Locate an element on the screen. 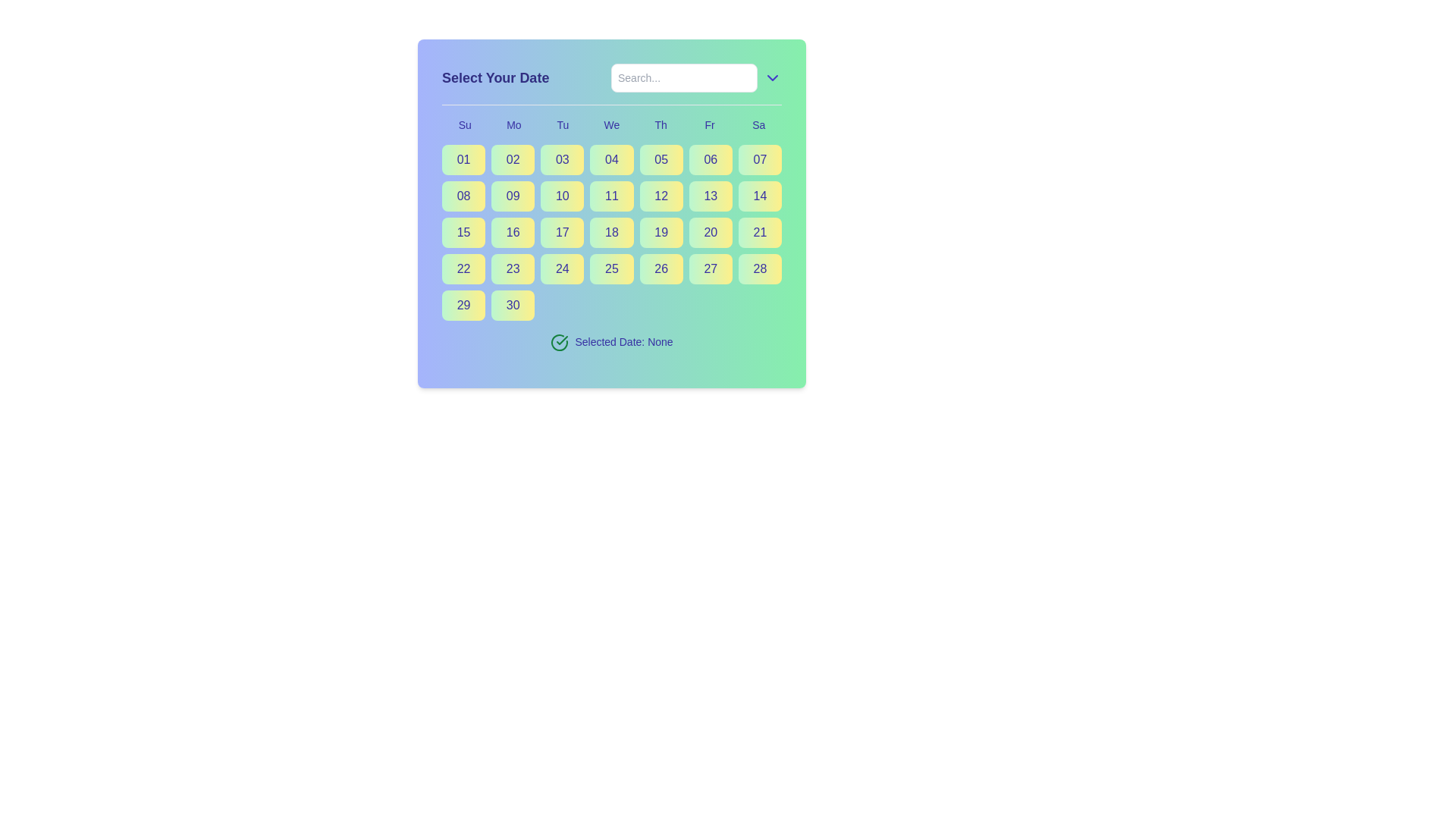  the date button in the calendar interface, located in the fourth row and fourth column is located at coordinates (611, 268).